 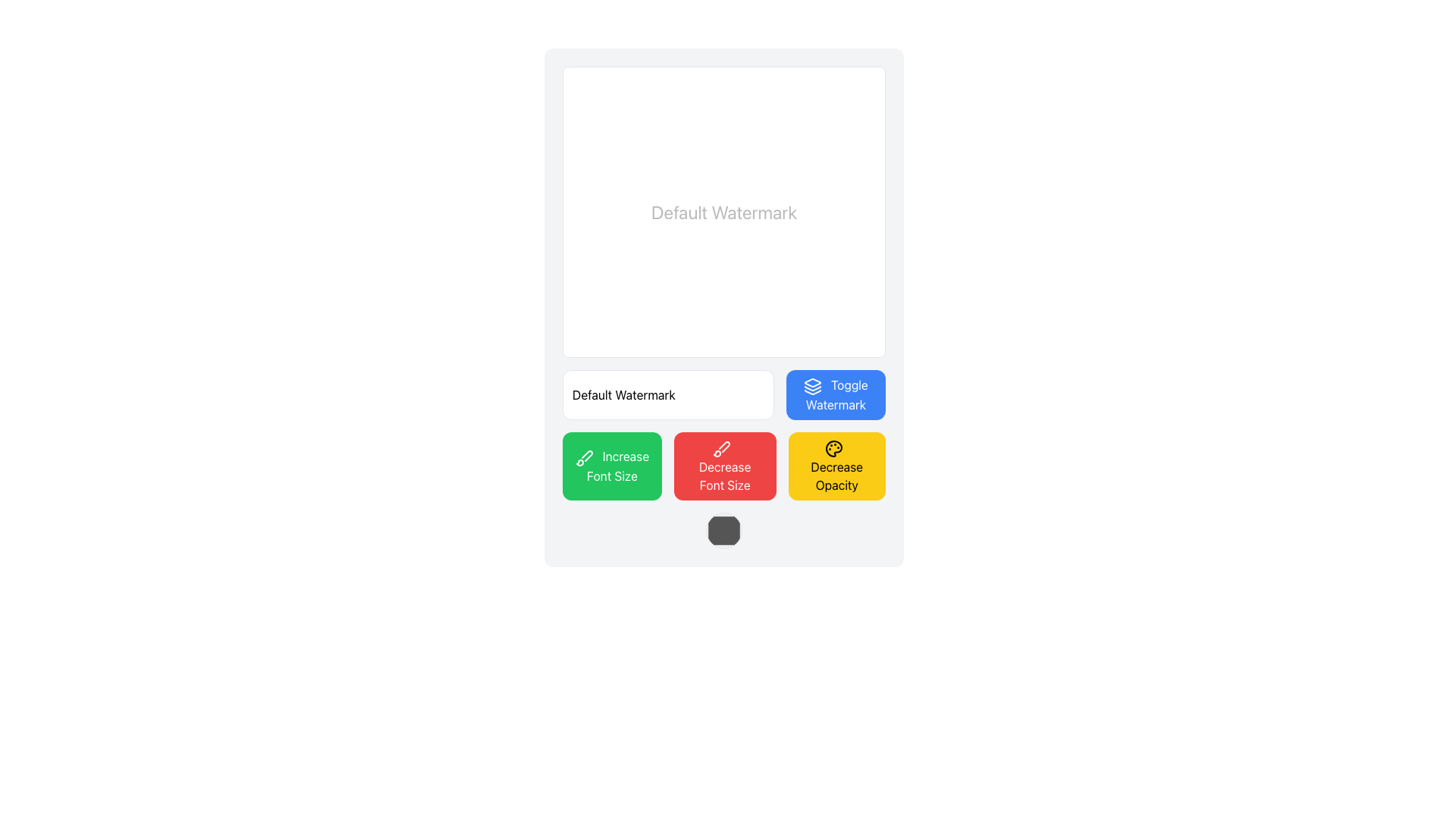 What do you see at coordinates (835, 394) in the screenshot?
I see `the 'Toggle Watermark' button, which has a light blue background and white text, to trigger the hover effect` at bounding box center [835, 394].